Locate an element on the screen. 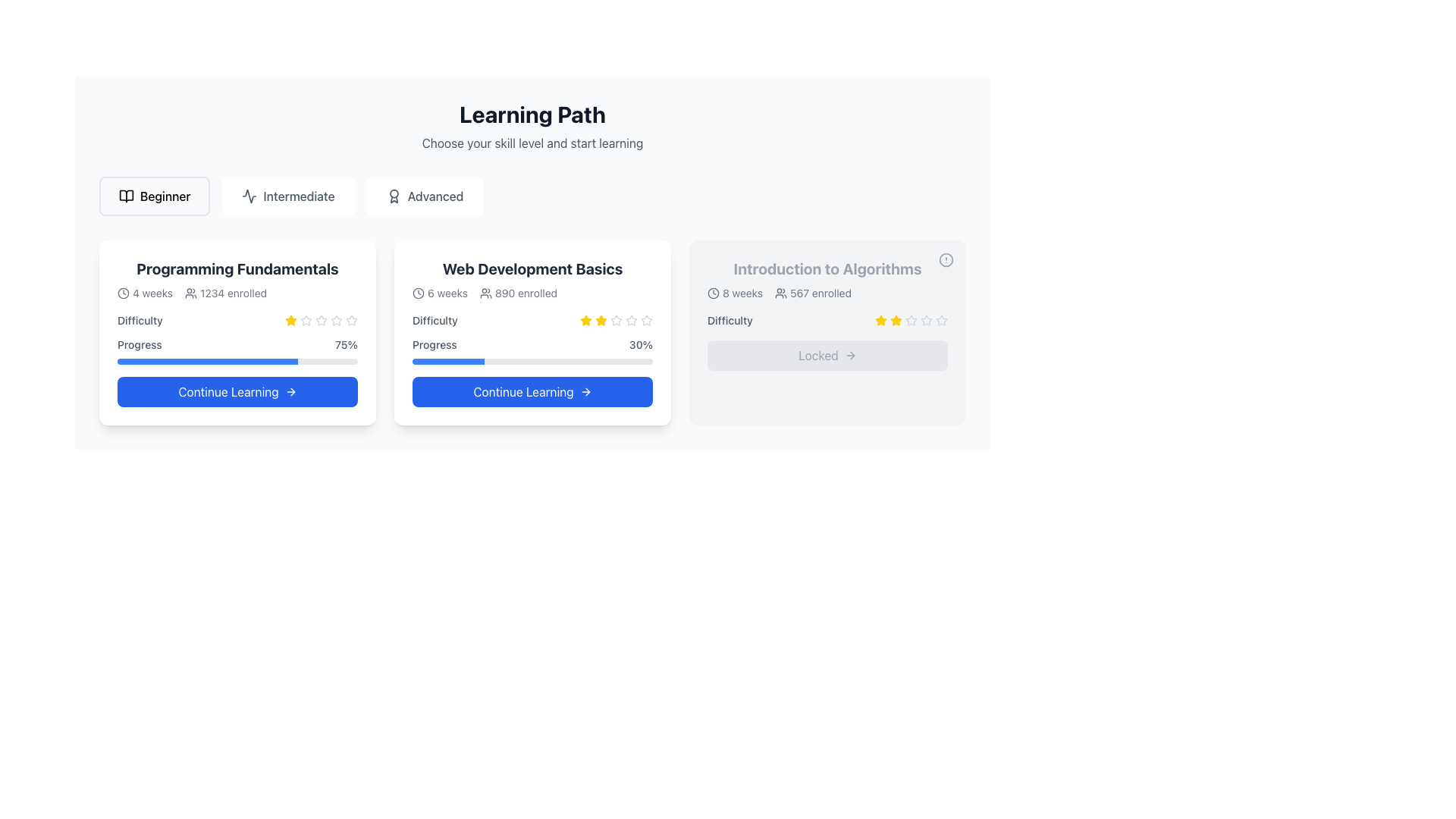 The height and width of the screenshot is (819, 1456). the Rating Indicator element labeled 'Difficulty' with a filled star, located within the 'Programming Fundamentals' card, positioned above the 'Progress' bar is located at coordinates (237, 320).